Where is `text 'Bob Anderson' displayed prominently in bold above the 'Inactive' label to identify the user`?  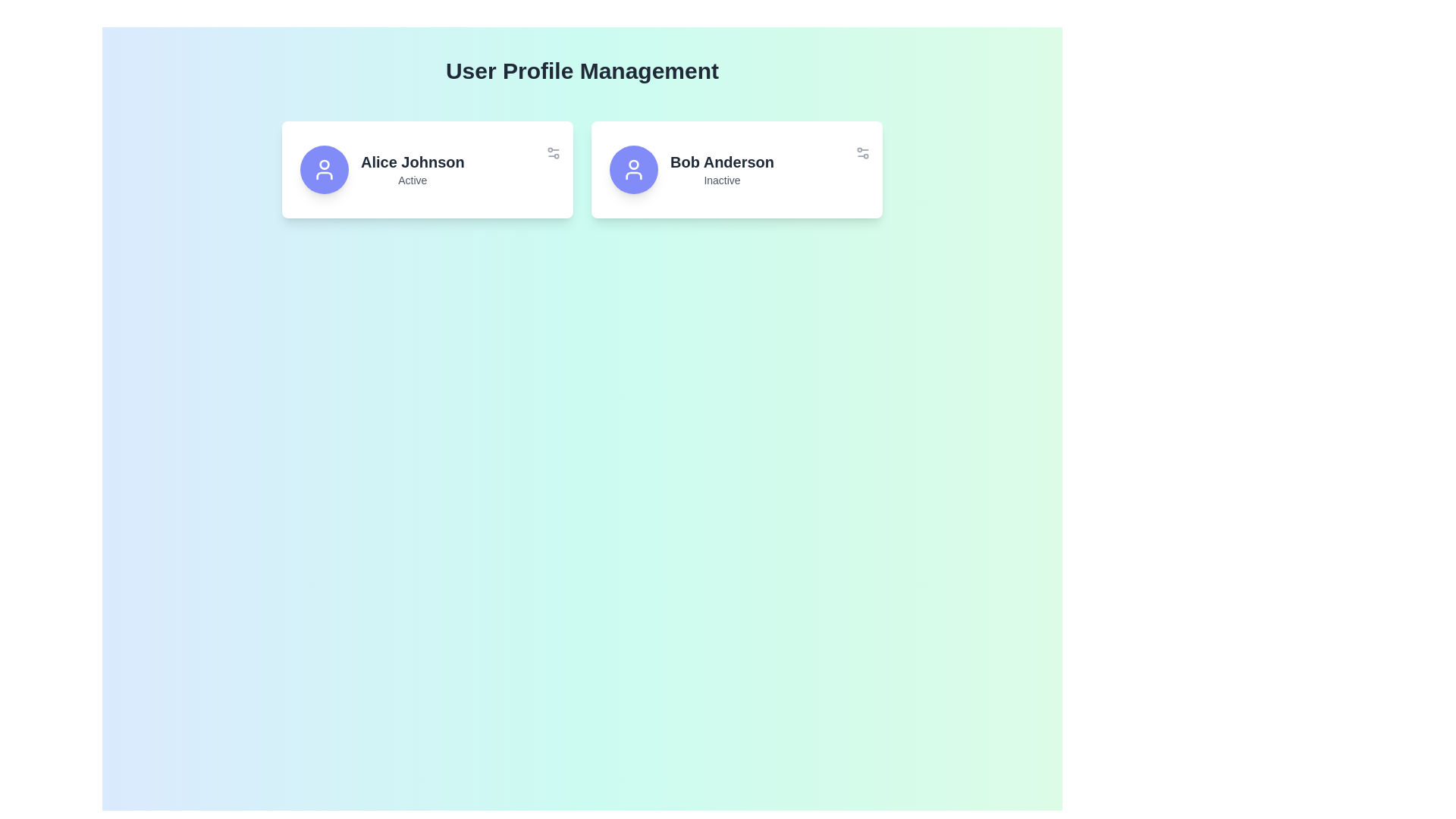 text 'Bob Anderson' displayed prominently in bold above the 'Inactive' label to identify the user is located at coordinates (721, 162).